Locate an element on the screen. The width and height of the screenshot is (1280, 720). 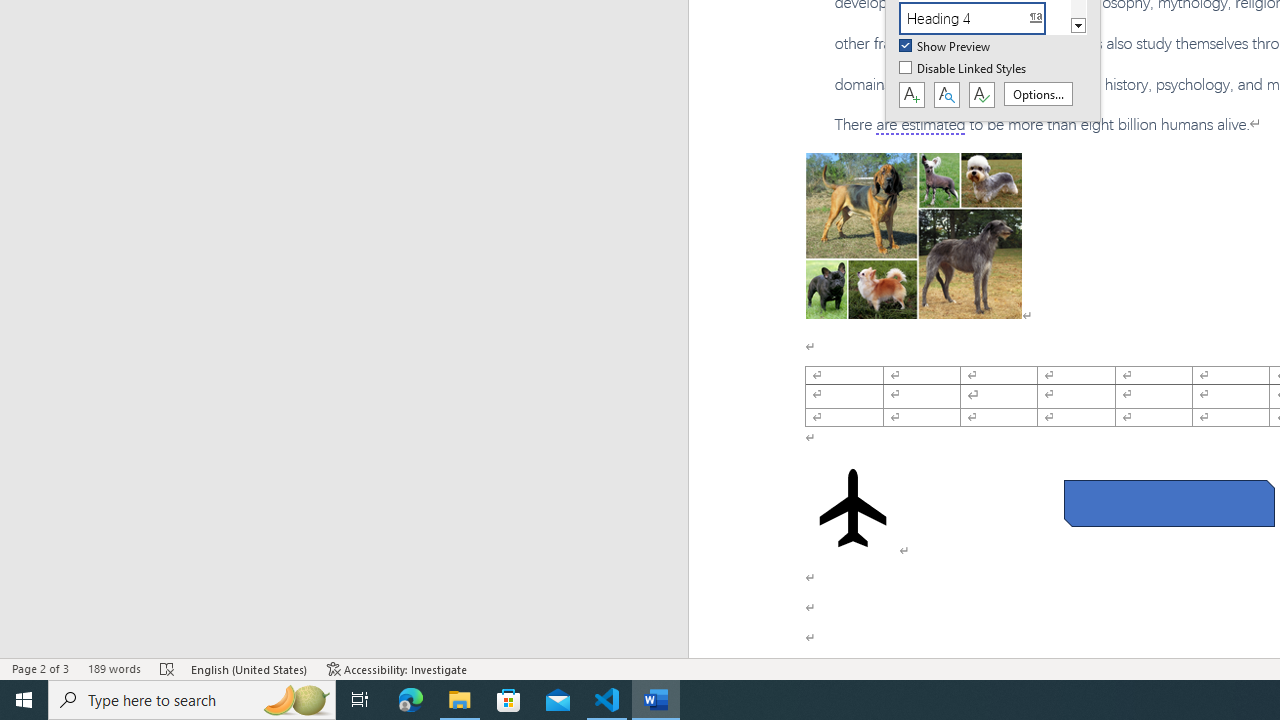
'Rectangle: Diagonal Corners Snipped 2' is located at coordinates (1169, 502).